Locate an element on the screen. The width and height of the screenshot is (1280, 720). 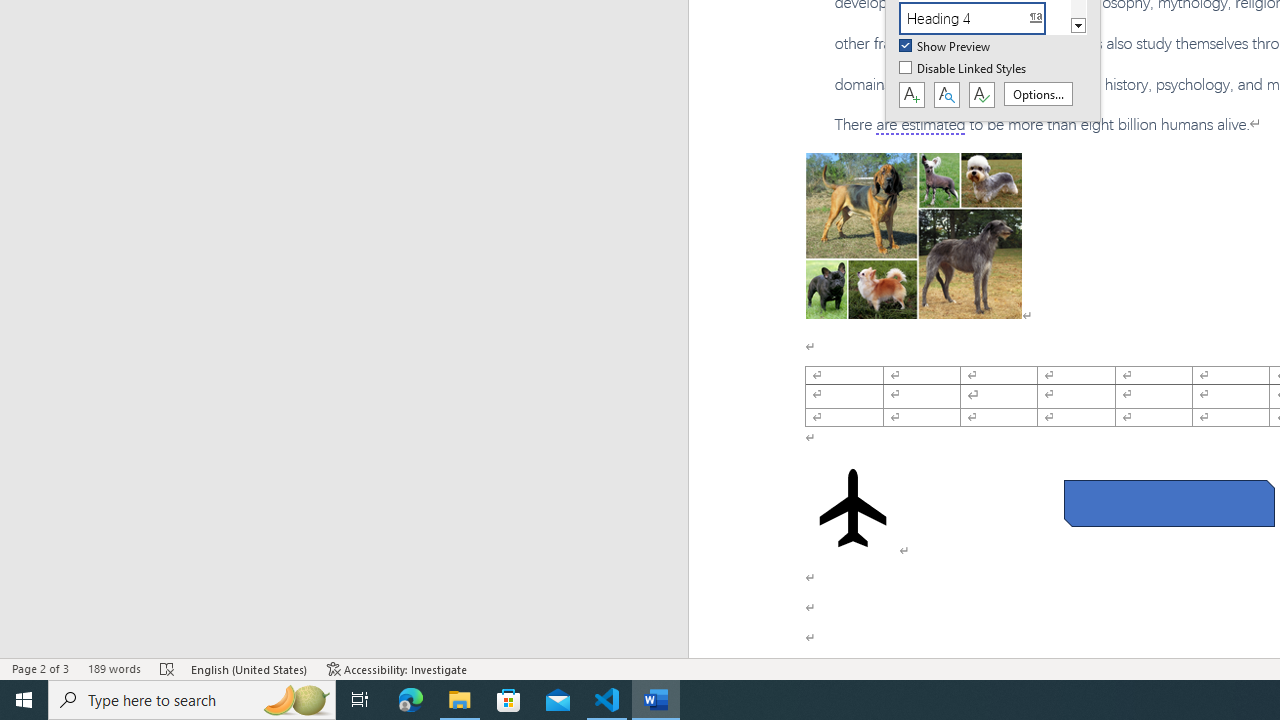
'Rectangle: Diagonal Corners Snipped 2' is located at coordinates (1169, 502).